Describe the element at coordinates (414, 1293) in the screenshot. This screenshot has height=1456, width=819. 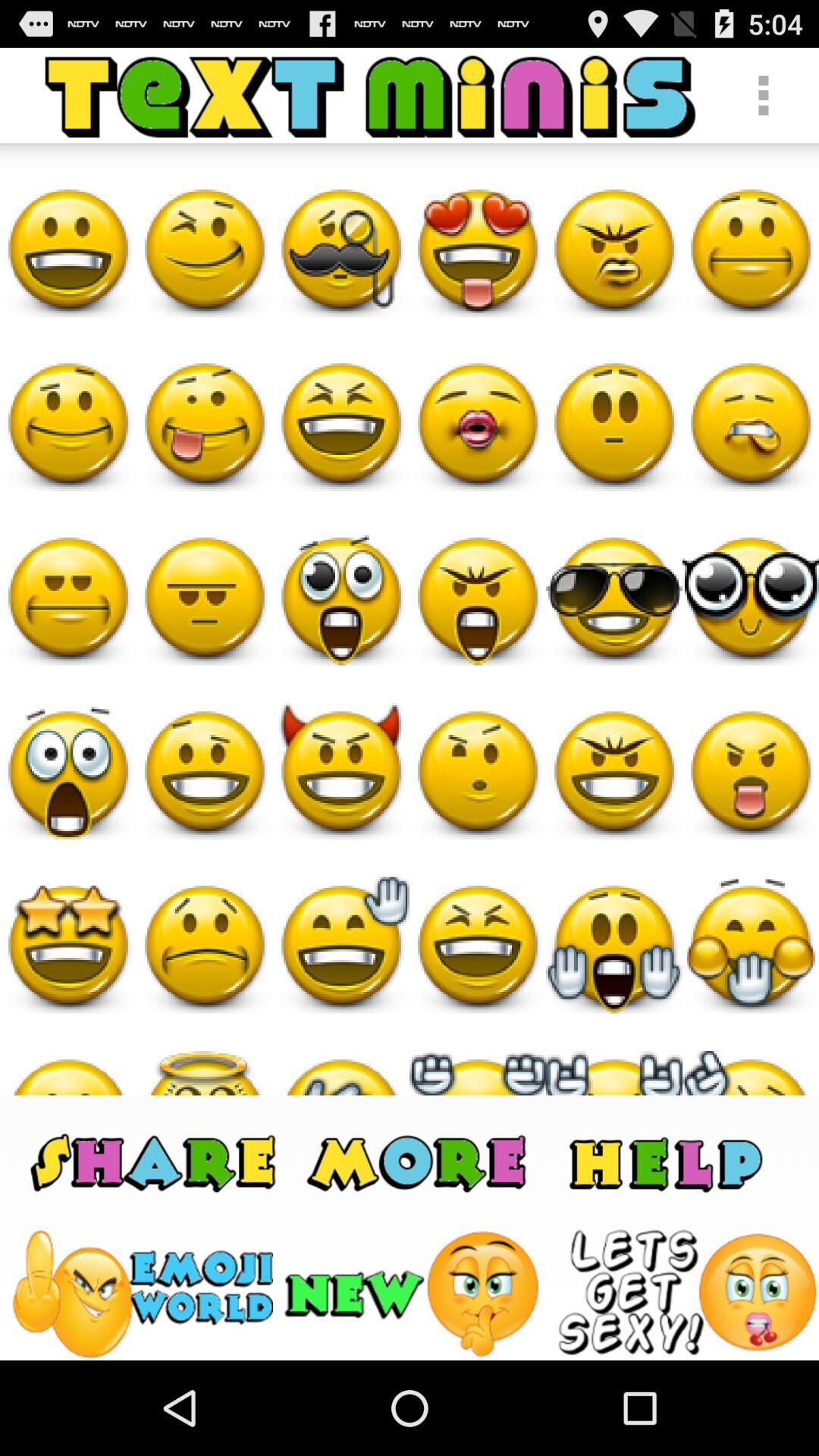
I see `new emojis` at that location.